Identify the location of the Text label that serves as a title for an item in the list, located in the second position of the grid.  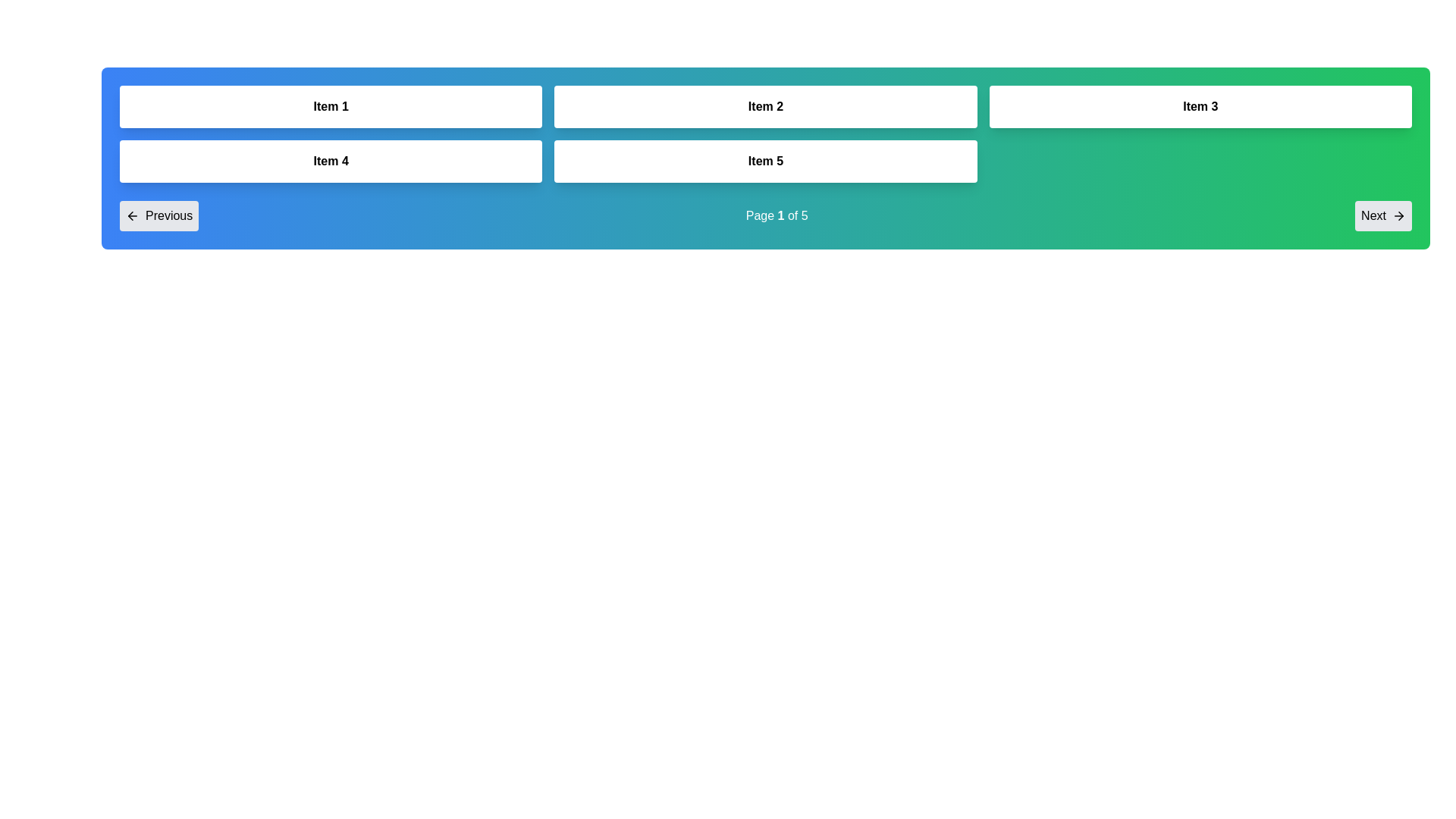
(765, 106).